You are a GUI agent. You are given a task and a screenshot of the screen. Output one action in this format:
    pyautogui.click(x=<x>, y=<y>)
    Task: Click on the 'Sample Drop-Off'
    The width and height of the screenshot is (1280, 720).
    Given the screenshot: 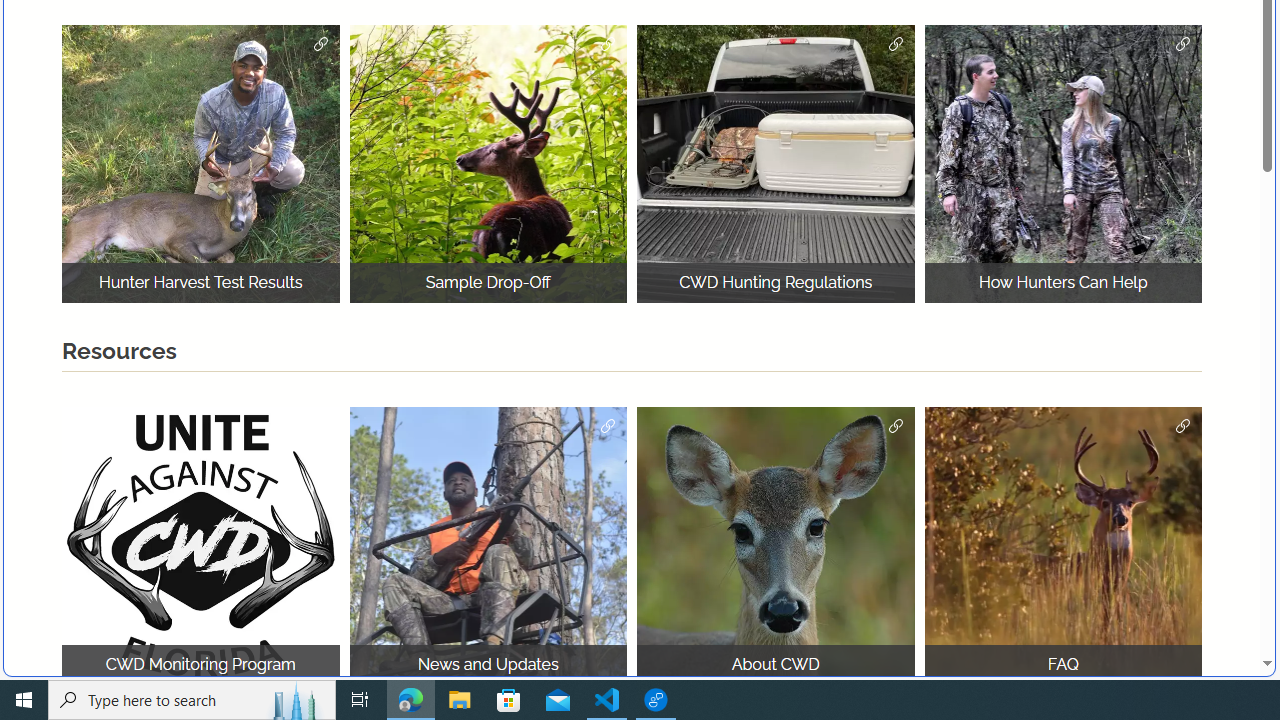 What is the action you would take?
    pyautogui.click(x=488, y=163)
    